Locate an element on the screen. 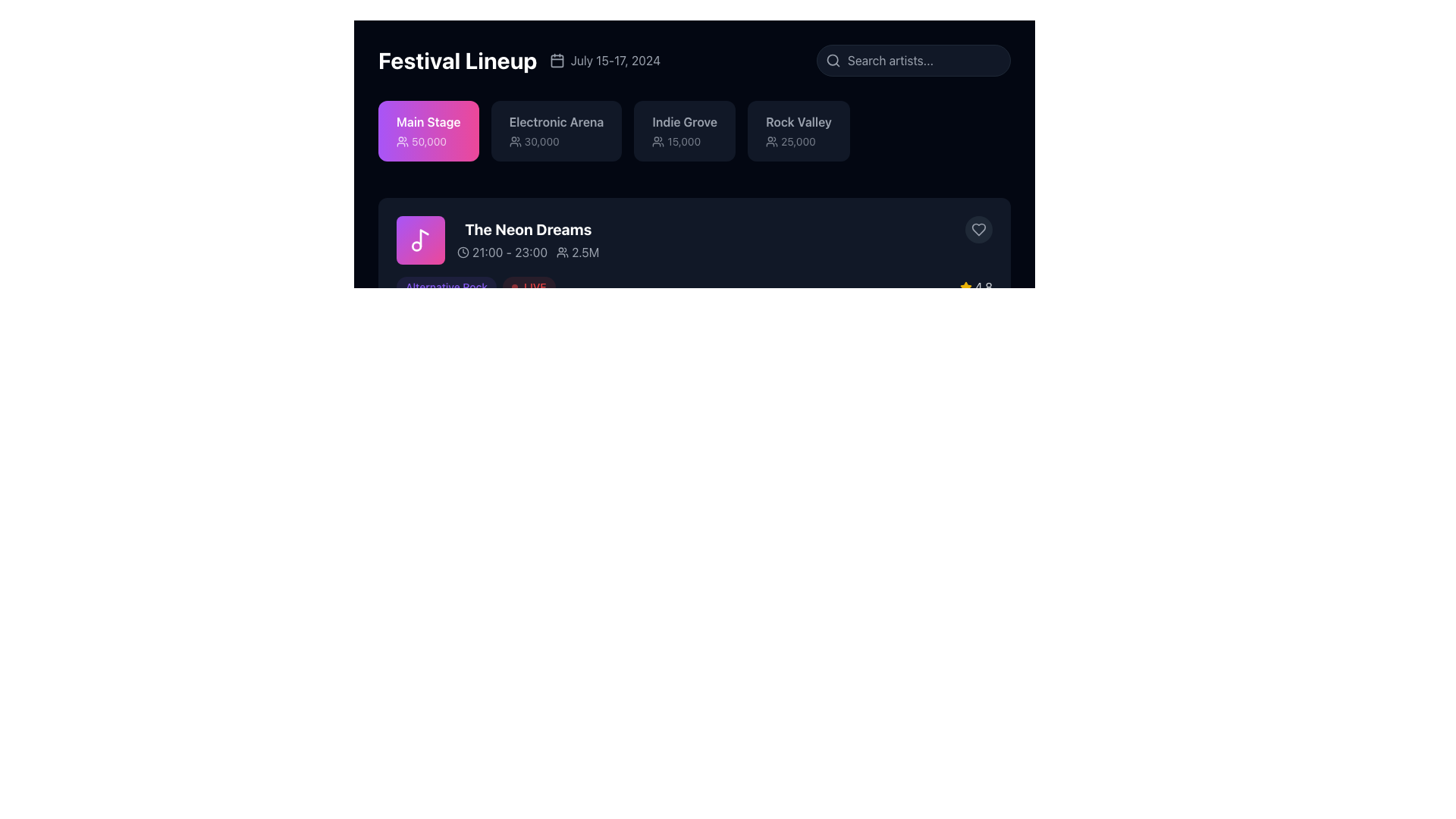 The height and width of the screenshot is (819, 1456). the icon of two user silhouettes located to the left of the text '30,000' associated with 'Electronic Arena' is located at coordinates (515, 141).